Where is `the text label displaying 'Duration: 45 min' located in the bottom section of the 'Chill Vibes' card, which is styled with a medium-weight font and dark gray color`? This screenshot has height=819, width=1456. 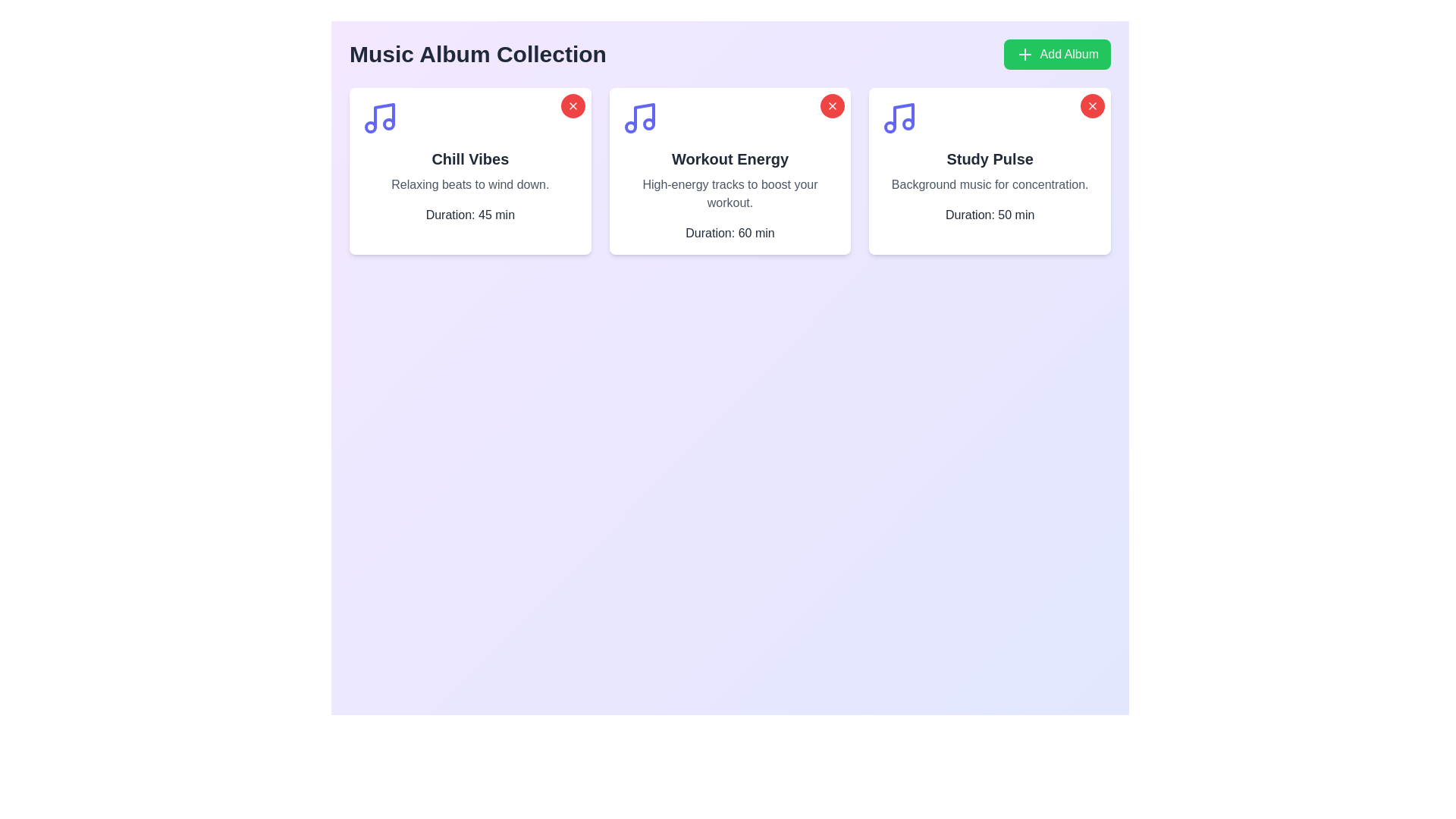
the text label displaying 'Duration: 45 min' located in the bottom section of the 'Chill Vibes' card, which is styled with a medium-weight font and dark gray color is located at coordinates (469, 215).